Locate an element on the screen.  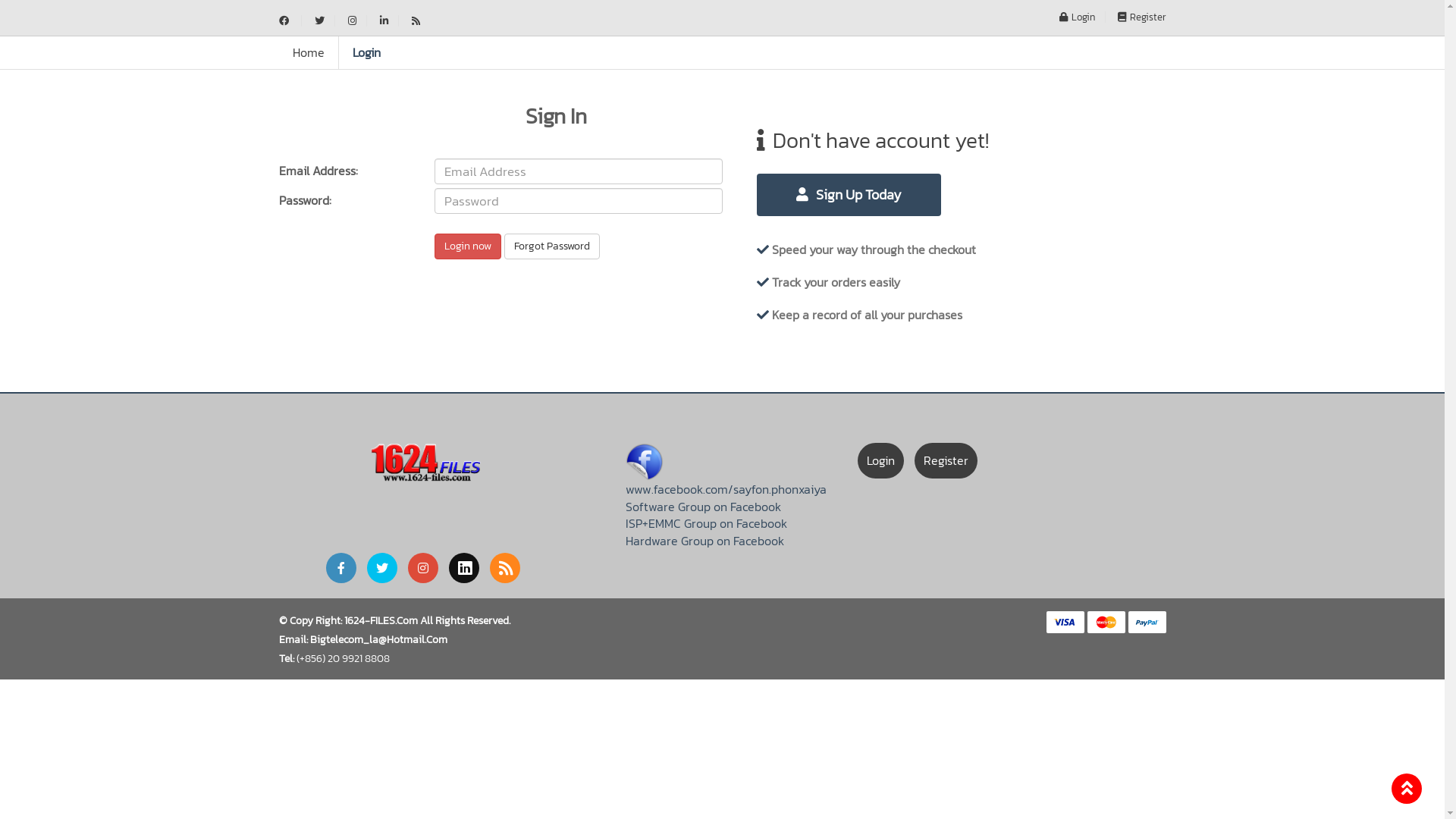
'Login' is located at coordinates (1076, 17).